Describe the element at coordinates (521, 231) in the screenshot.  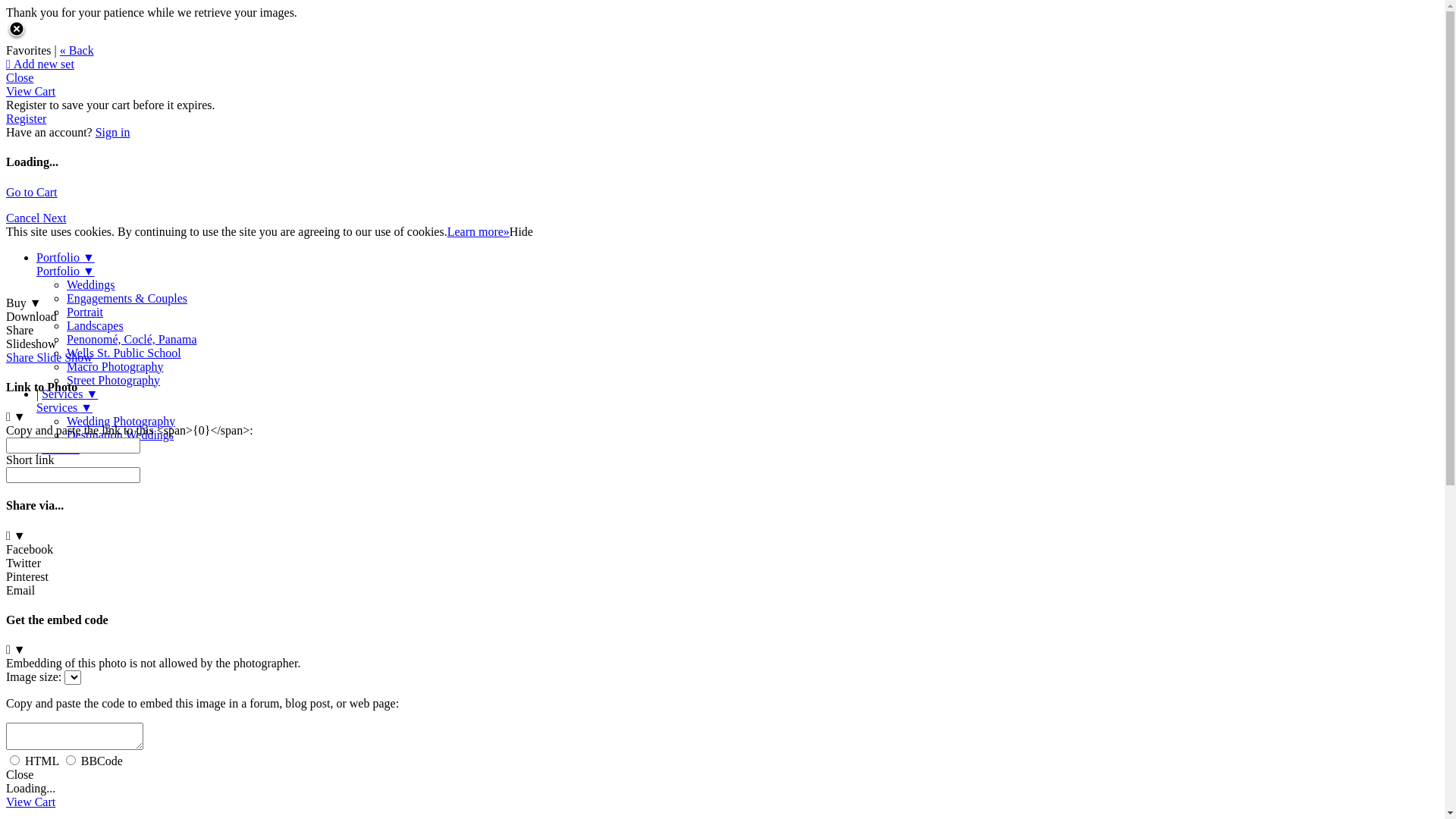
I see `'Hide'` at that location.